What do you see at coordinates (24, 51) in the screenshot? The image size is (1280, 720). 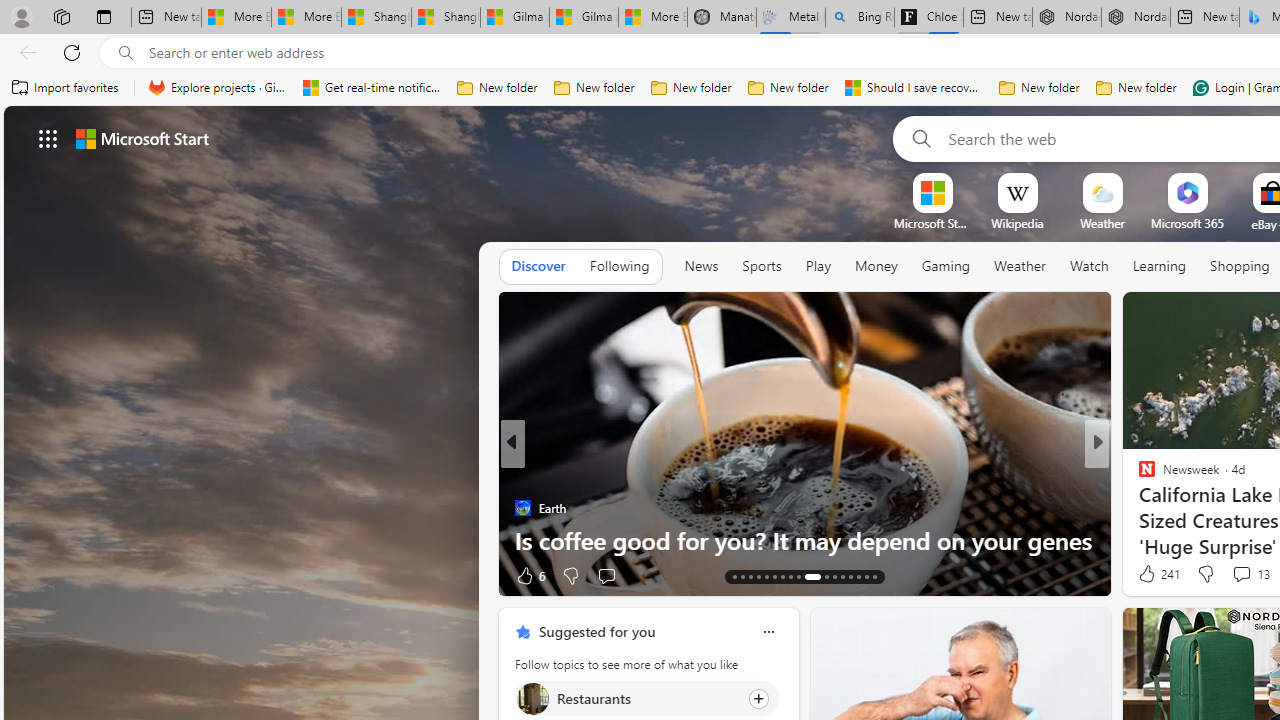 I see `'Back'` at bounding box center [24, 51].